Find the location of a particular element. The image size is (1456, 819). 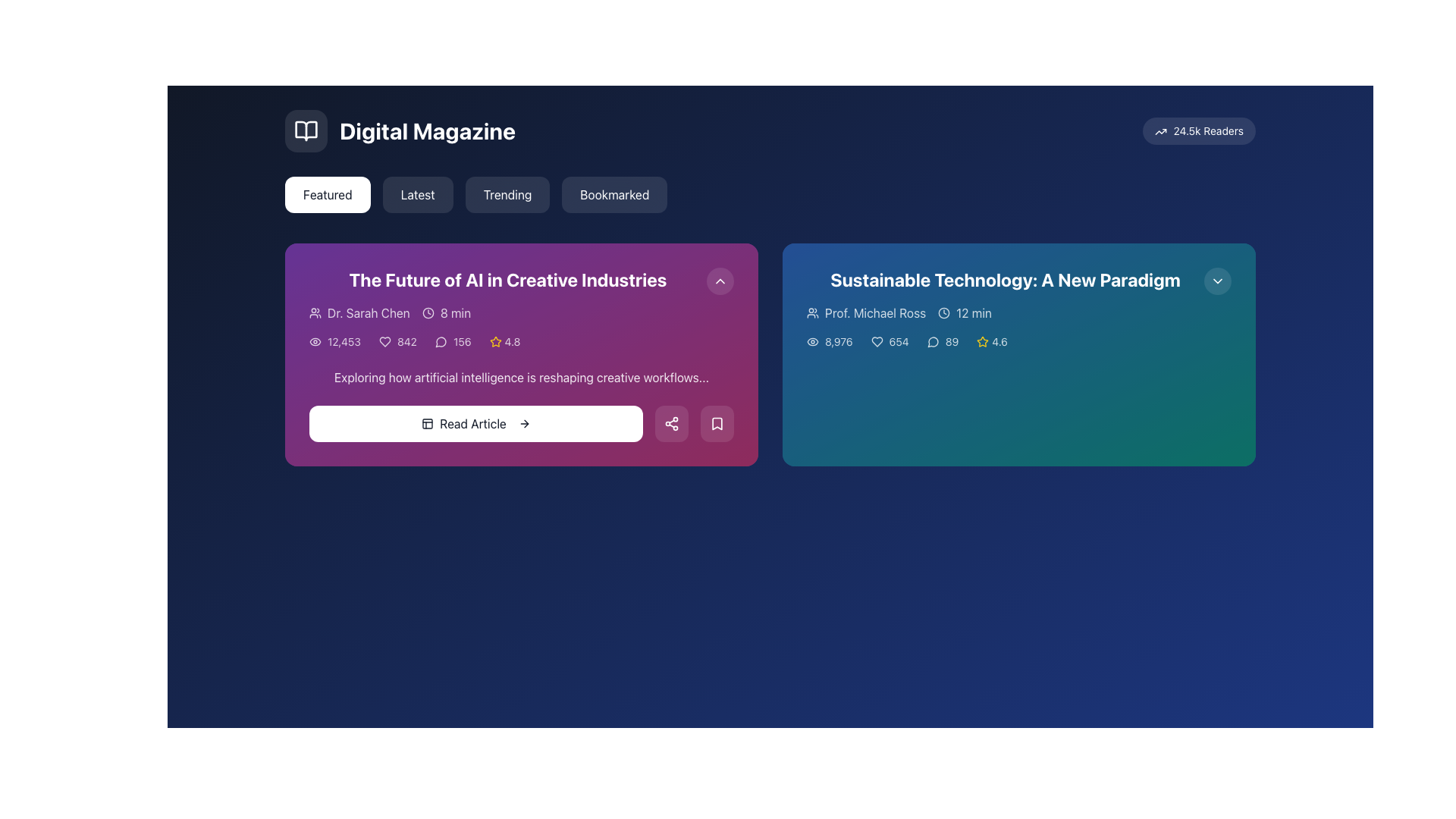

the static text displaying '12 min' with the accompanying clock icon, located in the 'Sustainable Technology: A New Paradigm' card, positioned below the author's name and icon is located at coordinates (964, 312).